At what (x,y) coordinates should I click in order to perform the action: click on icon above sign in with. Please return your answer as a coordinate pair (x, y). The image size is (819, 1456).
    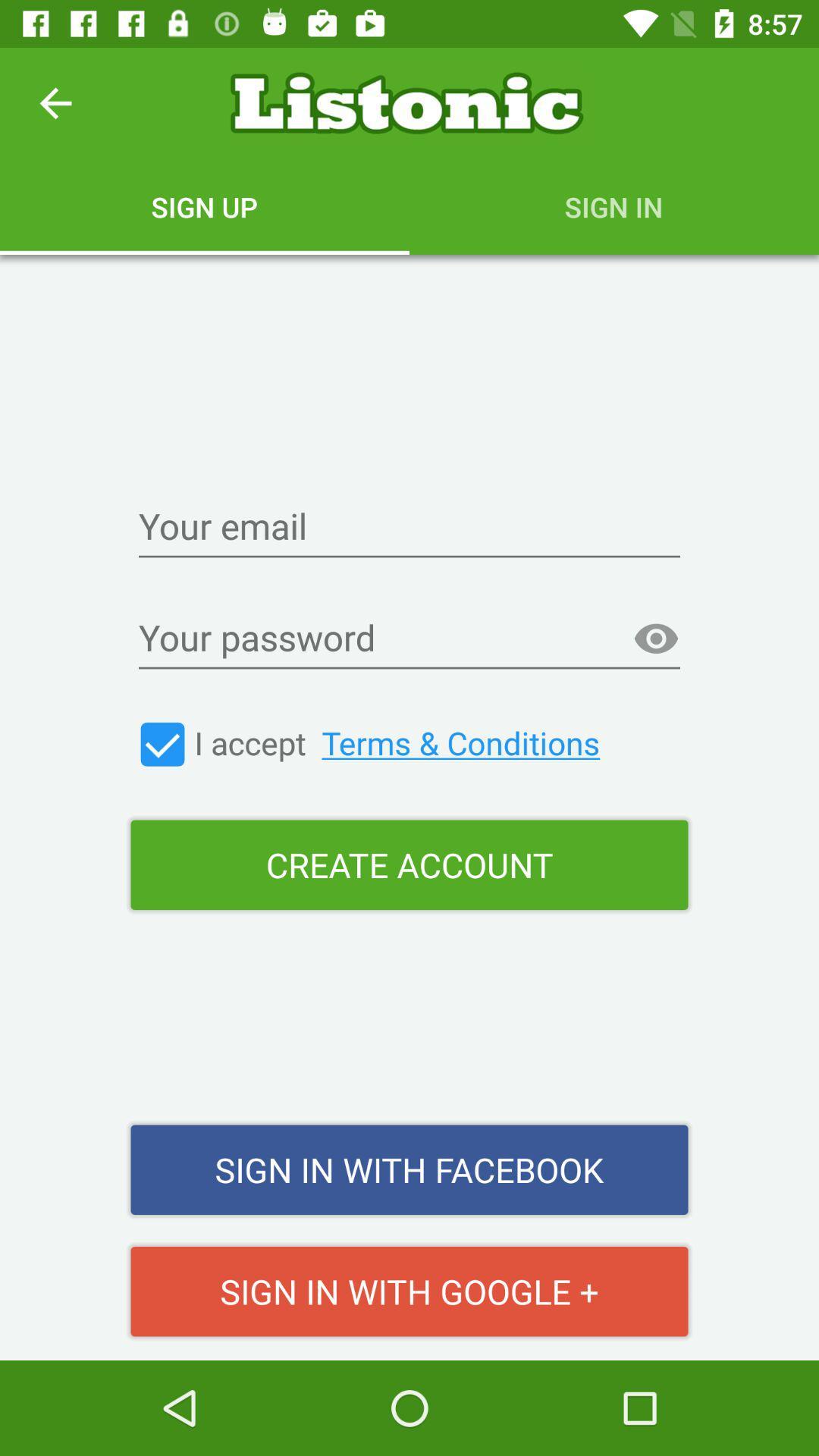
    Looking at the image, I should click on (409, 864).